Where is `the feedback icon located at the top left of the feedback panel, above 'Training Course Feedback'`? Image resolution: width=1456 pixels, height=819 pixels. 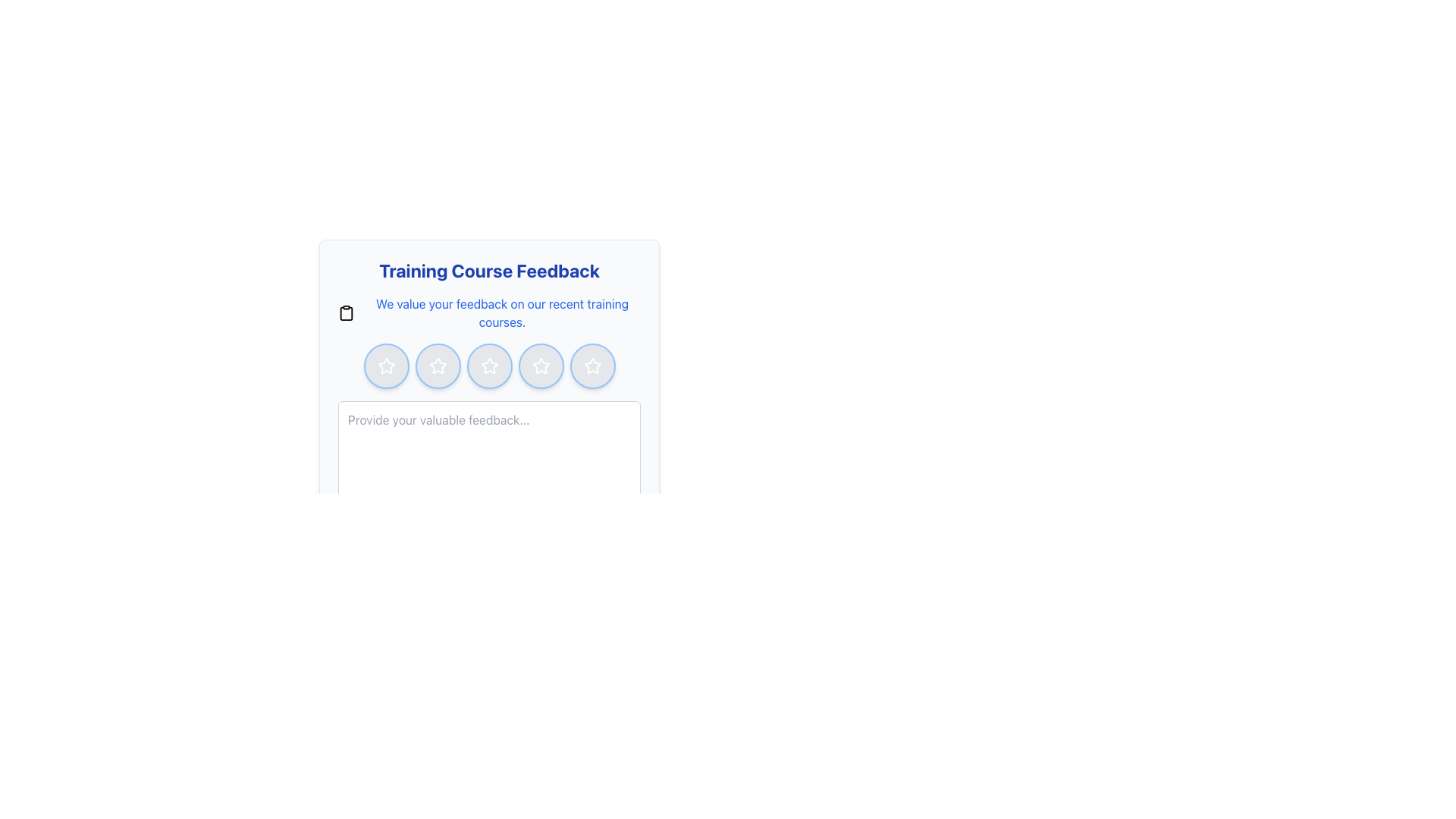
the feedback icon located at the top left of the feedback panel, above 'Training Course Feedback' is located at coordinates (345, 312).